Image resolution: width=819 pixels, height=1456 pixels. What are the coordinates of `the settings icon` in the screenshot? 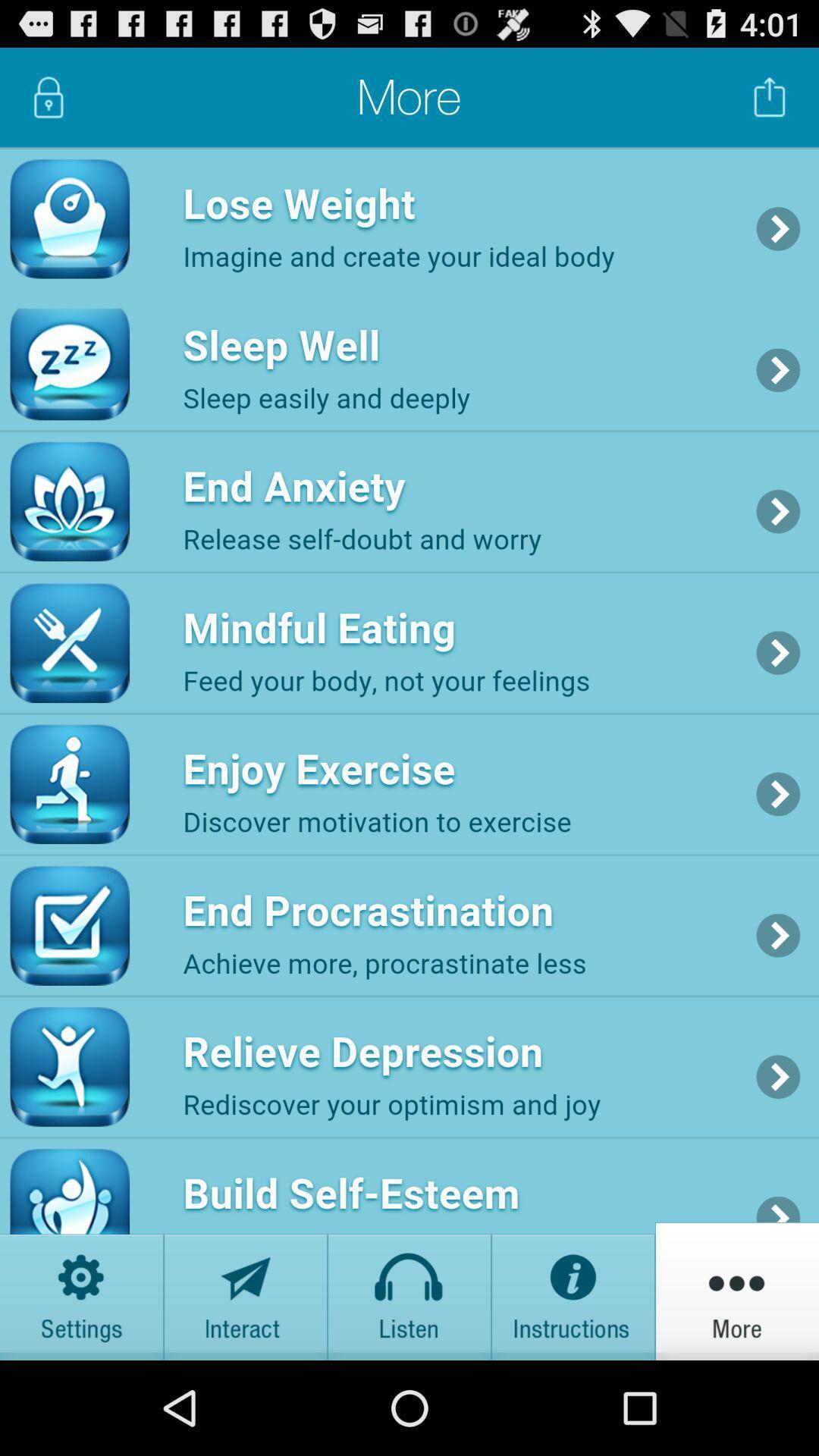 It's located at (82, 1381).